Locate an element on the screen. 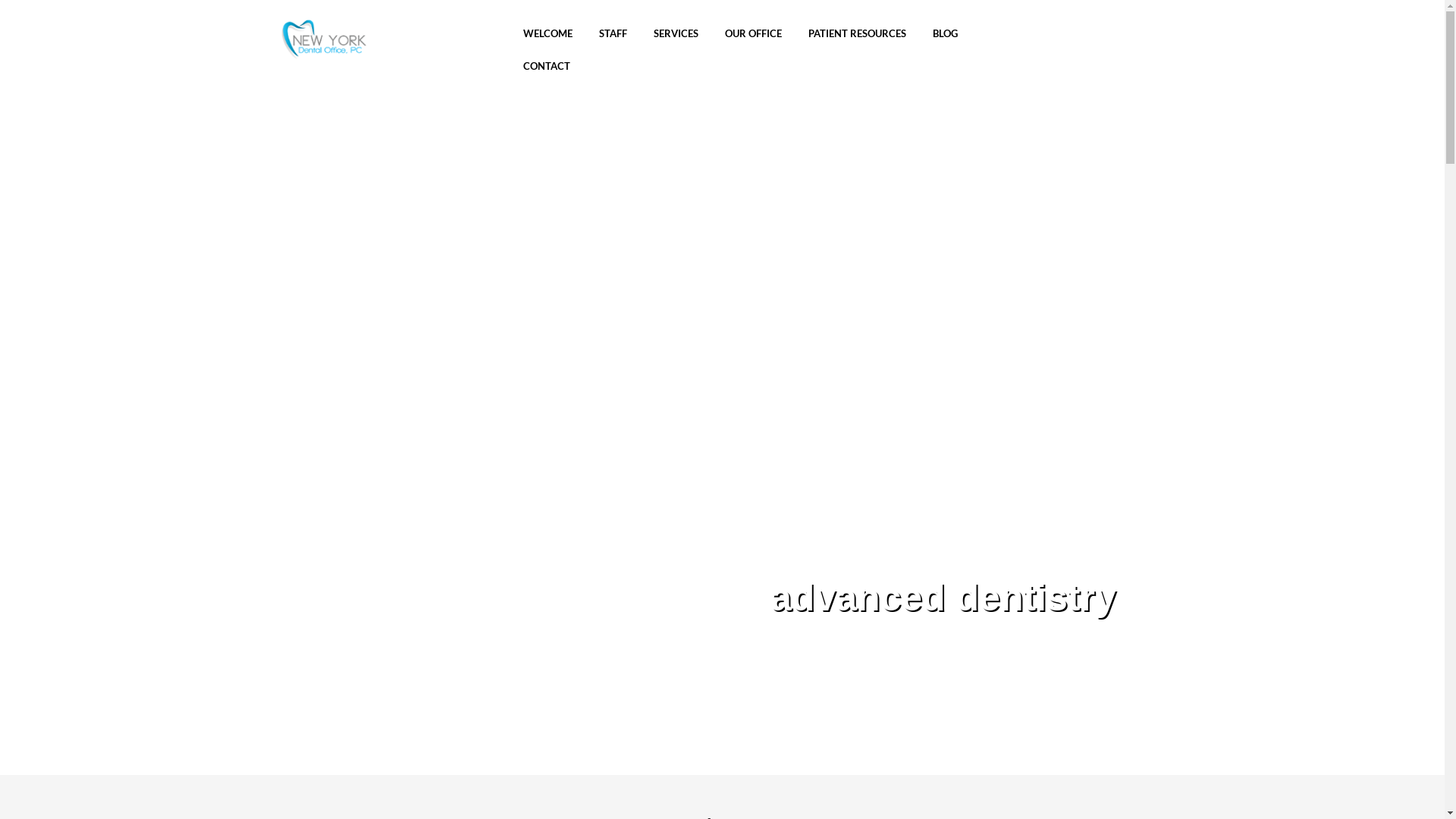  'STAFF' is located at coordinates (613, 34).